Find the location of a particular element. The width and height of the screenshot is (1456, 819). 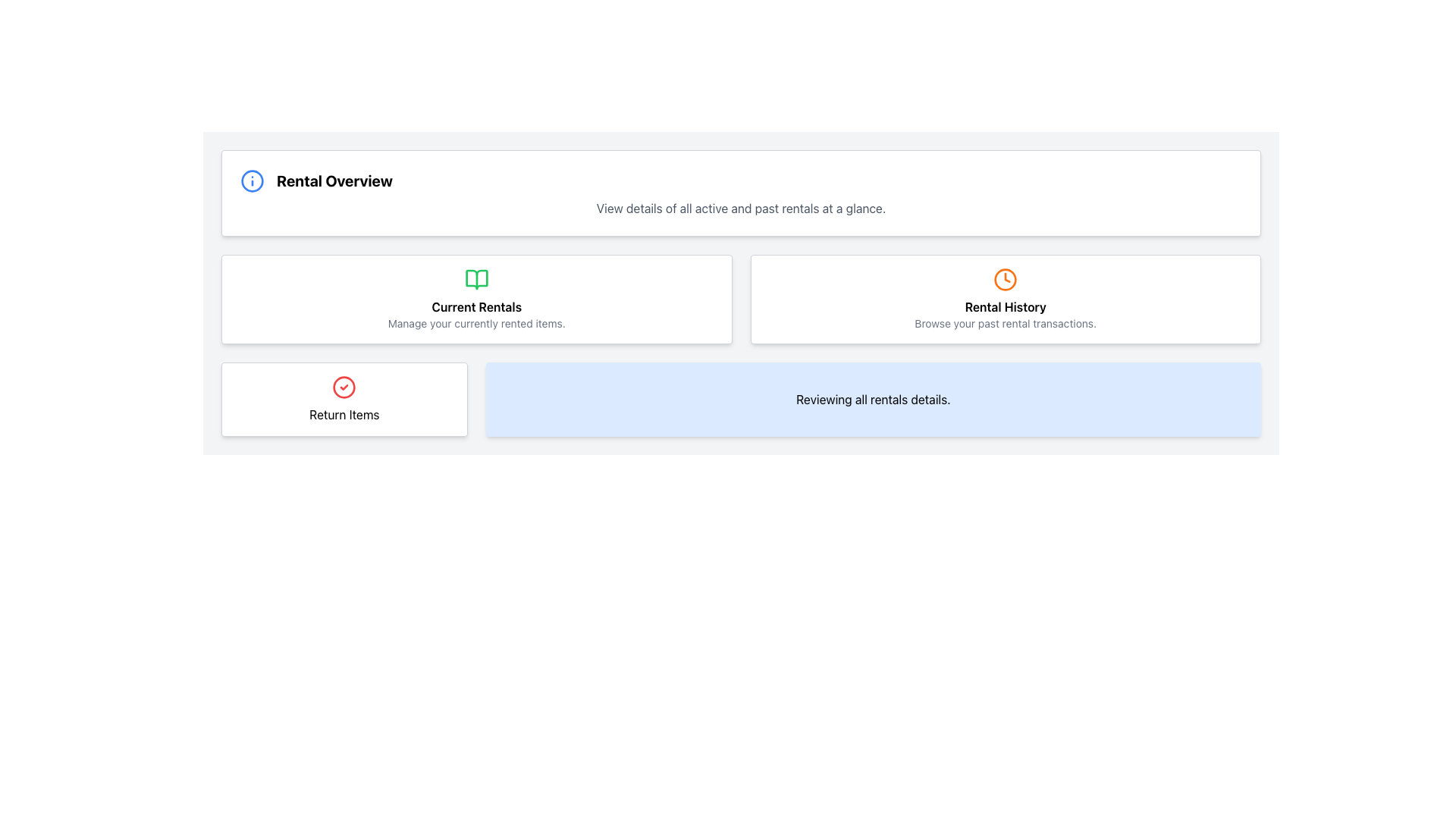

the green open book icon above the 'Current Rentals' text in the UI card component is located at coordinates (475, 280).